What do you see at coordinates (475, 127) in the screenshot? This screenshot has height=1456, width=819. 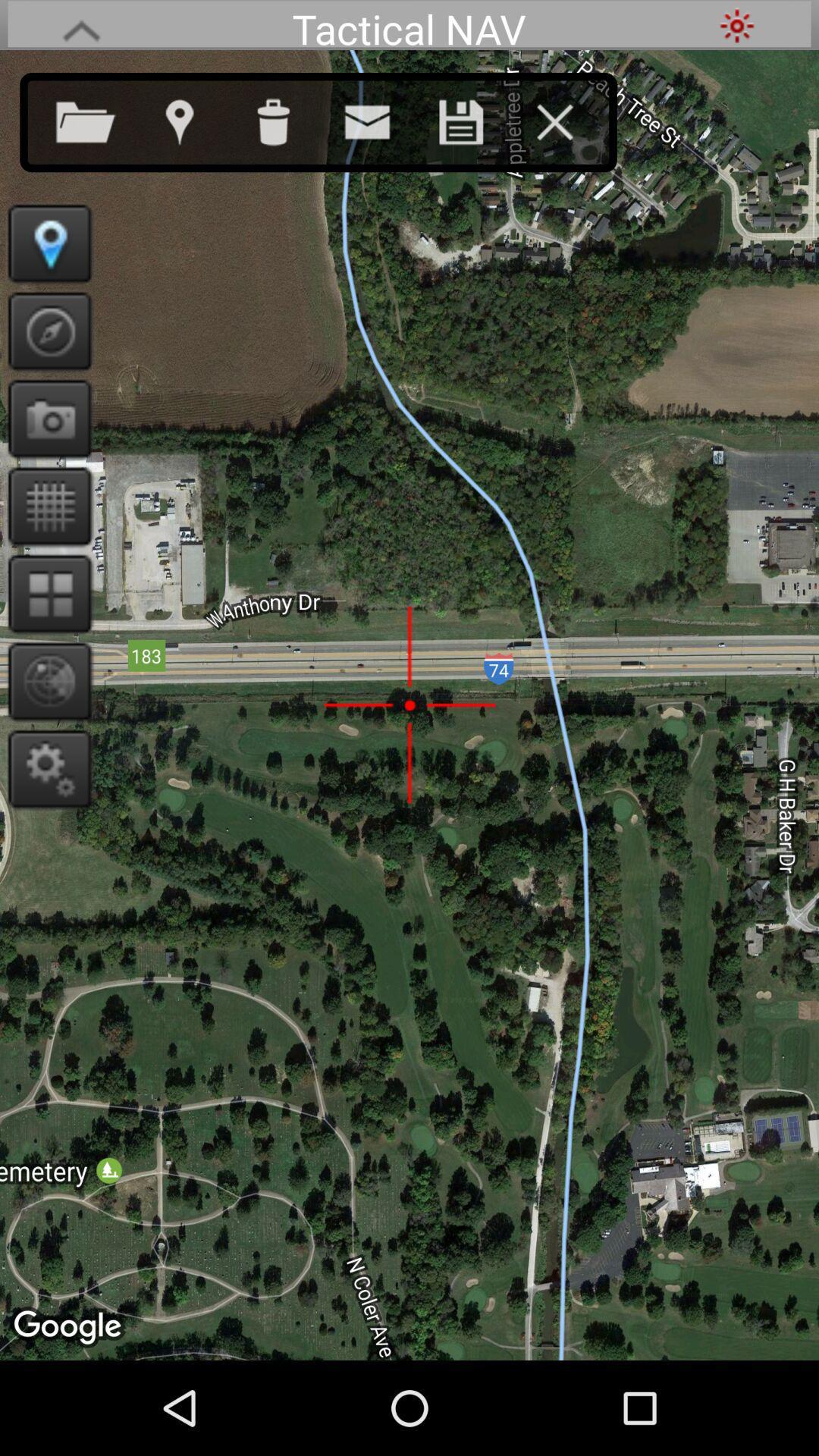 I see `the save icon` at bounding box center [475, 127].